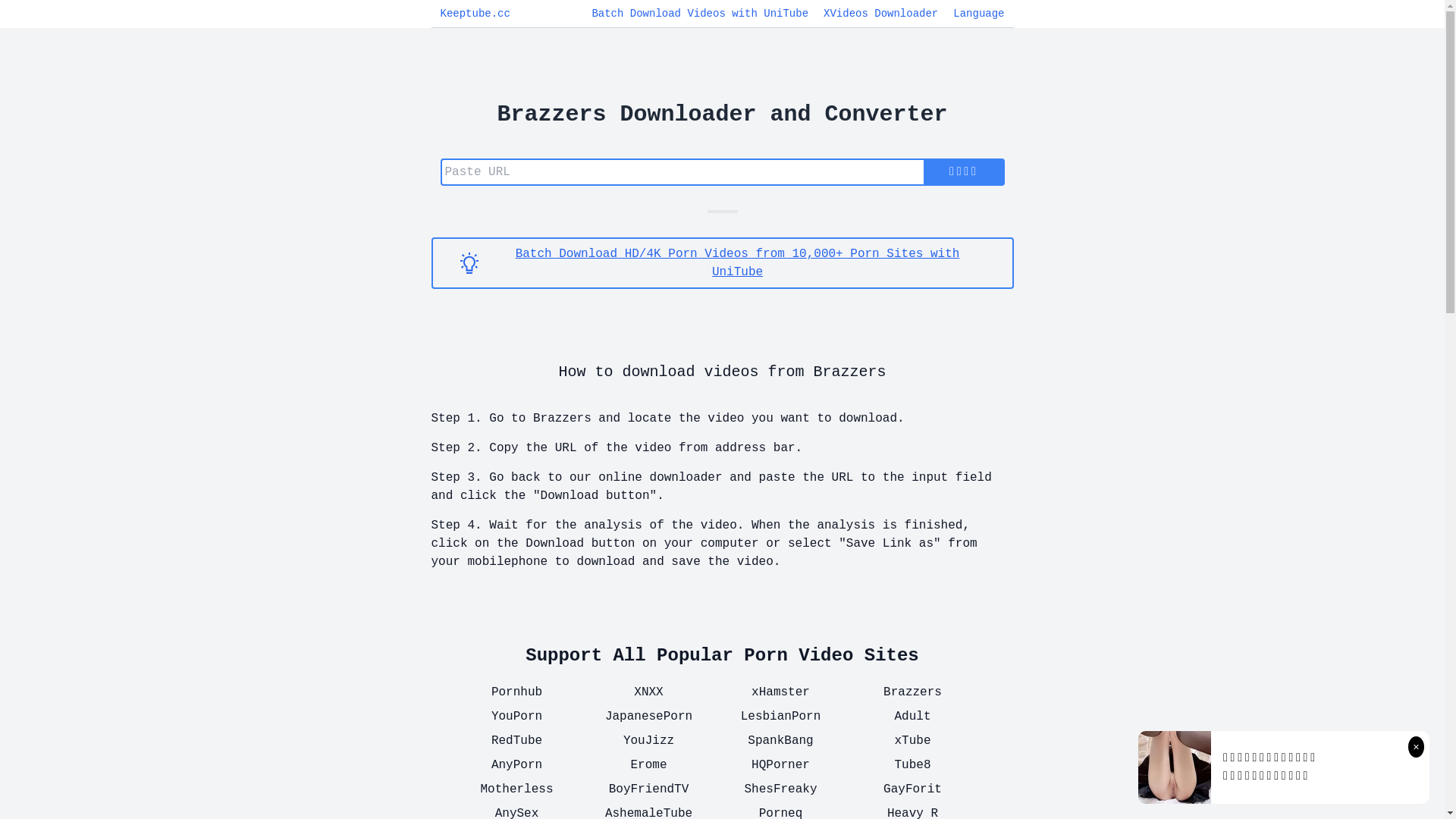 The height and width of the screenshot is (819, 1456). I want to click on 'Motherless', so click(460, 789).